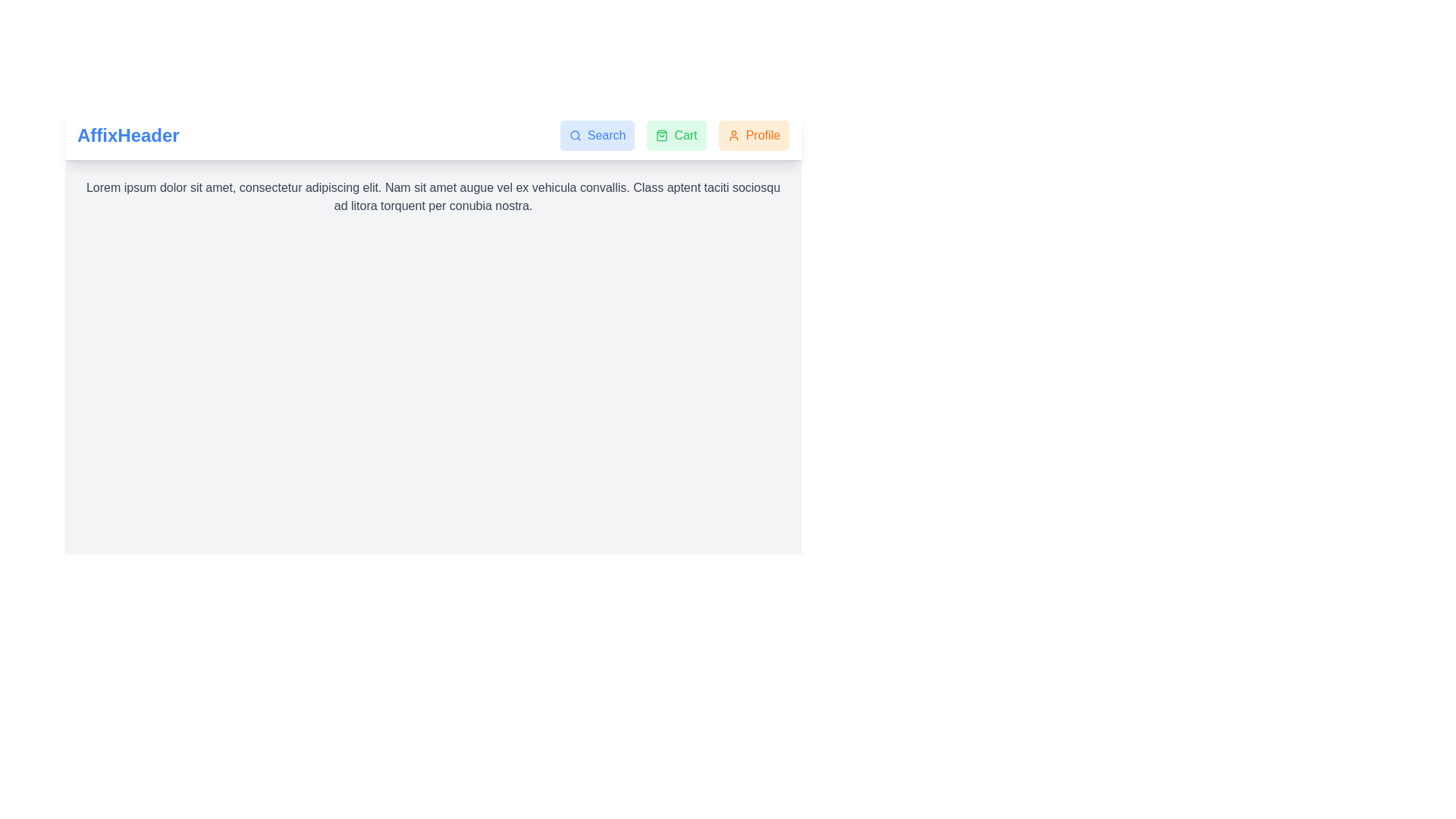  What do you see at coordinates (128, 134) in the screenshot?
I see `the prominently styled text 'AffixHeader' which is bold, large, and blue, located on the far left of the sticky top navigation bar` at bounding box center [128, 134].